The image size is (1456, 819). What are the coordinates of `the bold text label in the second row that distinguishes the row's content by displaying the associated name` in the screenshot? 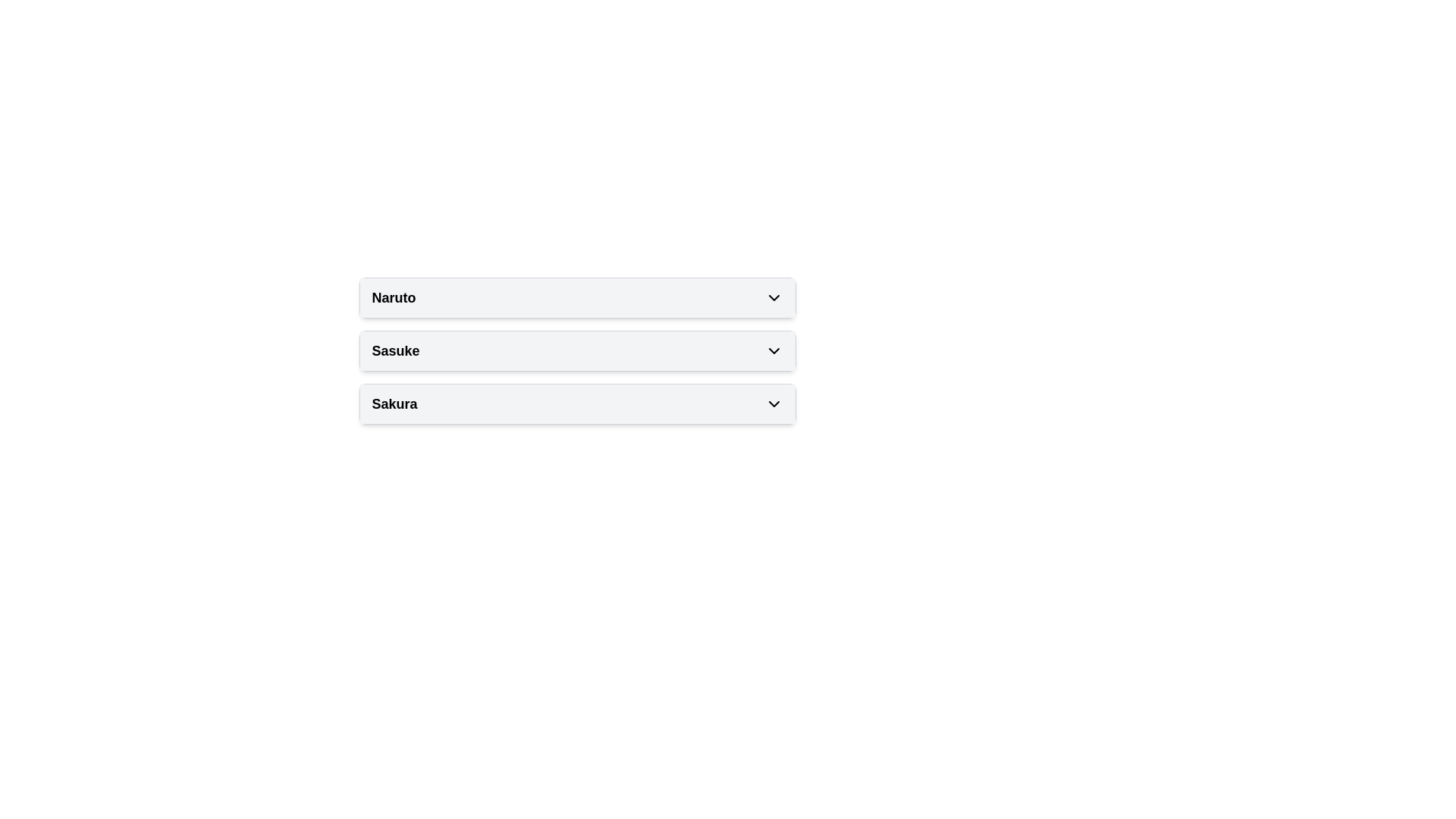 It's located at (396, 350).